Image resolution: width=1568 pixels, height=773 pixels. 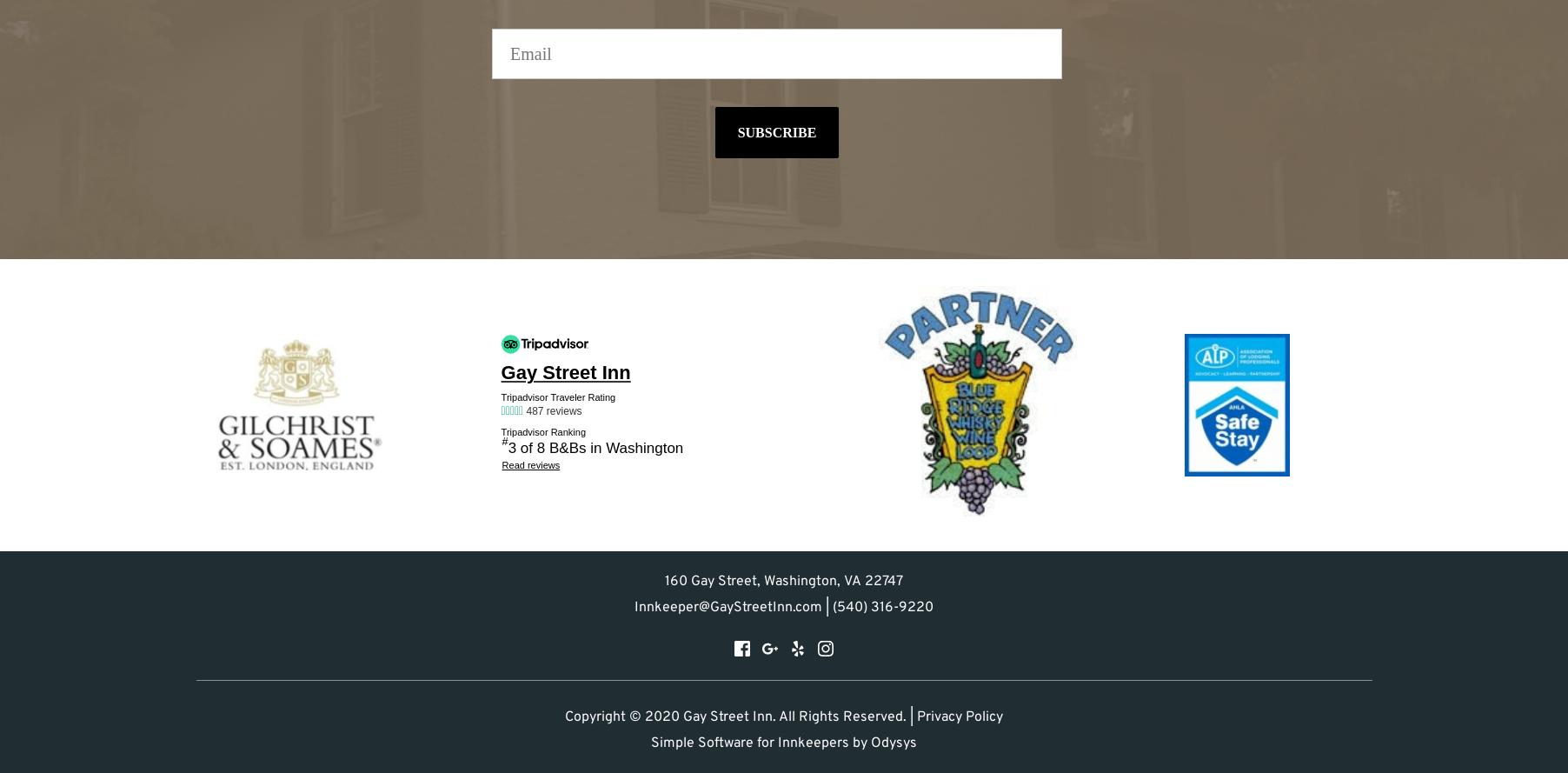 What do you see at coordinates (773, 716) in the screenshot?
I see `'© 2020 Gay Street Inn. All Rights Reserved. |'` at bounding box center [773, 716].